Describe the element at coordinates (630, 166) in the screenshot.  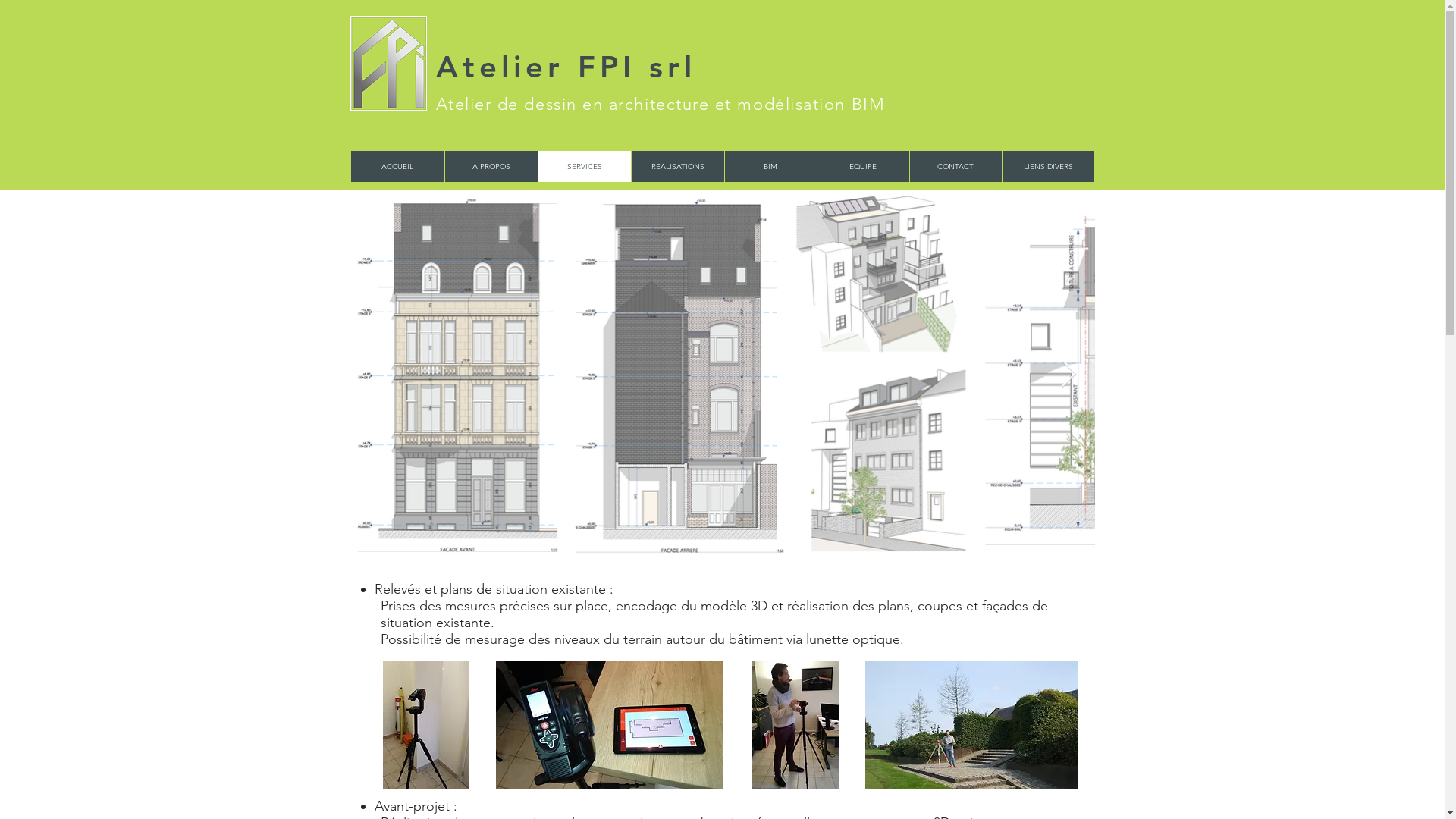
I see `'REALISATIONS'` at that location.